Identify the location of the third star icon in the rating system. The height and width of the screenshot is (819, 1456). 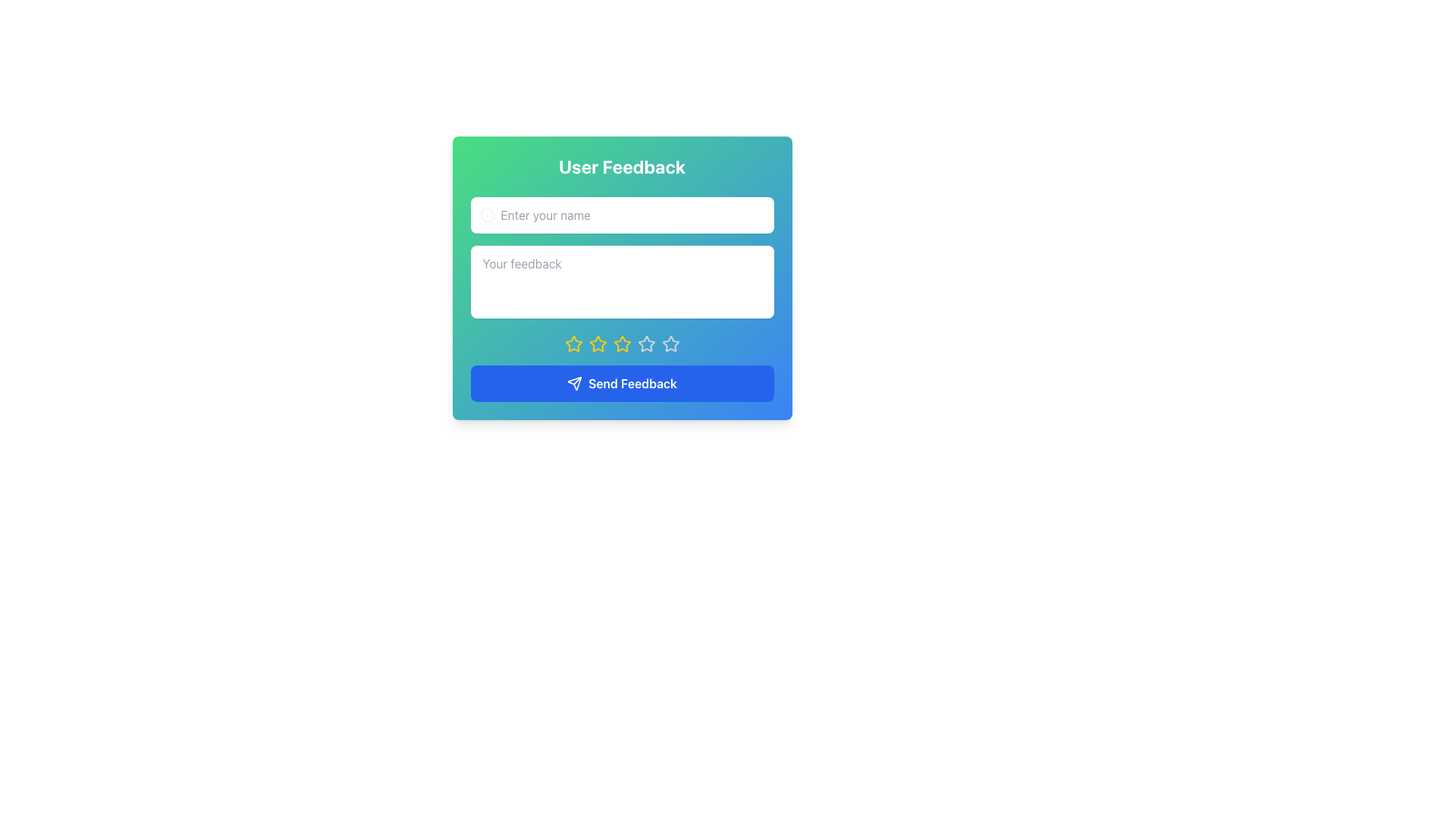
(622, 344).